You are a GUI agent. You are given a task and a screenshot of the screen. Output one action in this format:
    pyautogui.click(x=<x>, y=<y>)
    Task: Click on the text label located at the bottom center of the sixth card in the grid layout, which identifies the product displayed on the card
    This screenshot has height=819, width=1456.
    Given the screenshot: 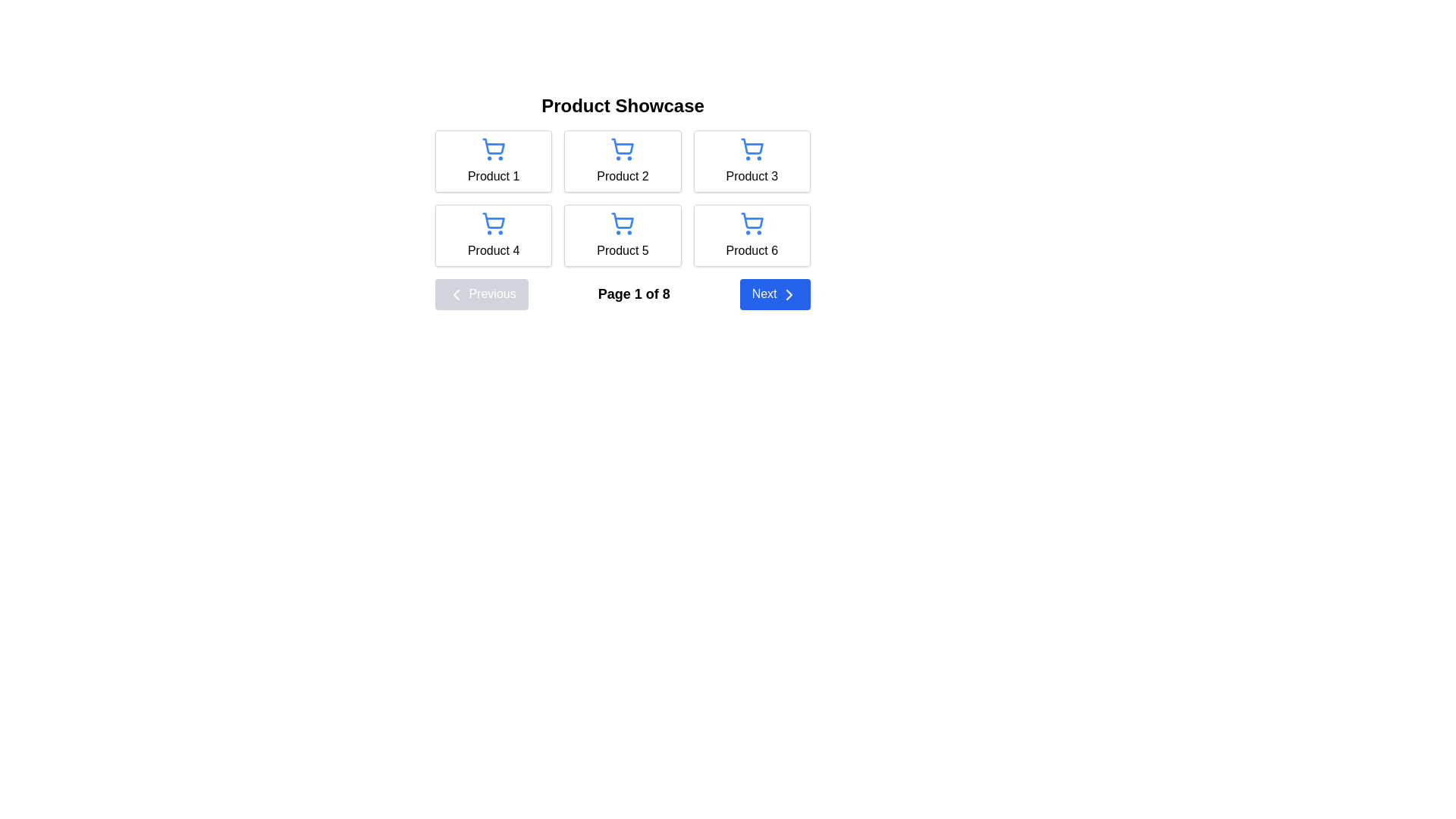 What is the action you would take?
    pyautogui.click(x=752, y=250)
    